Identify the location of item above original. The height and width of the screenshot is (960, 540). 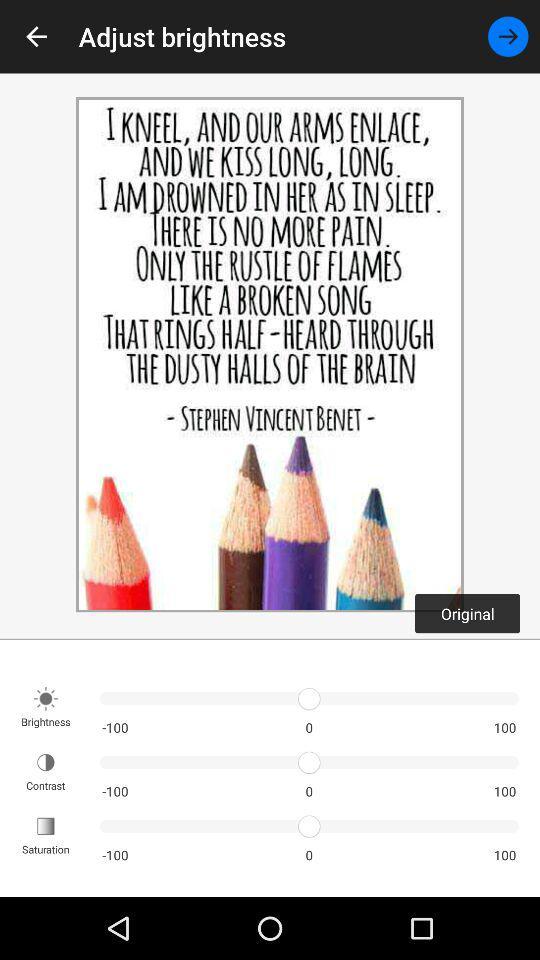
(508, 35).